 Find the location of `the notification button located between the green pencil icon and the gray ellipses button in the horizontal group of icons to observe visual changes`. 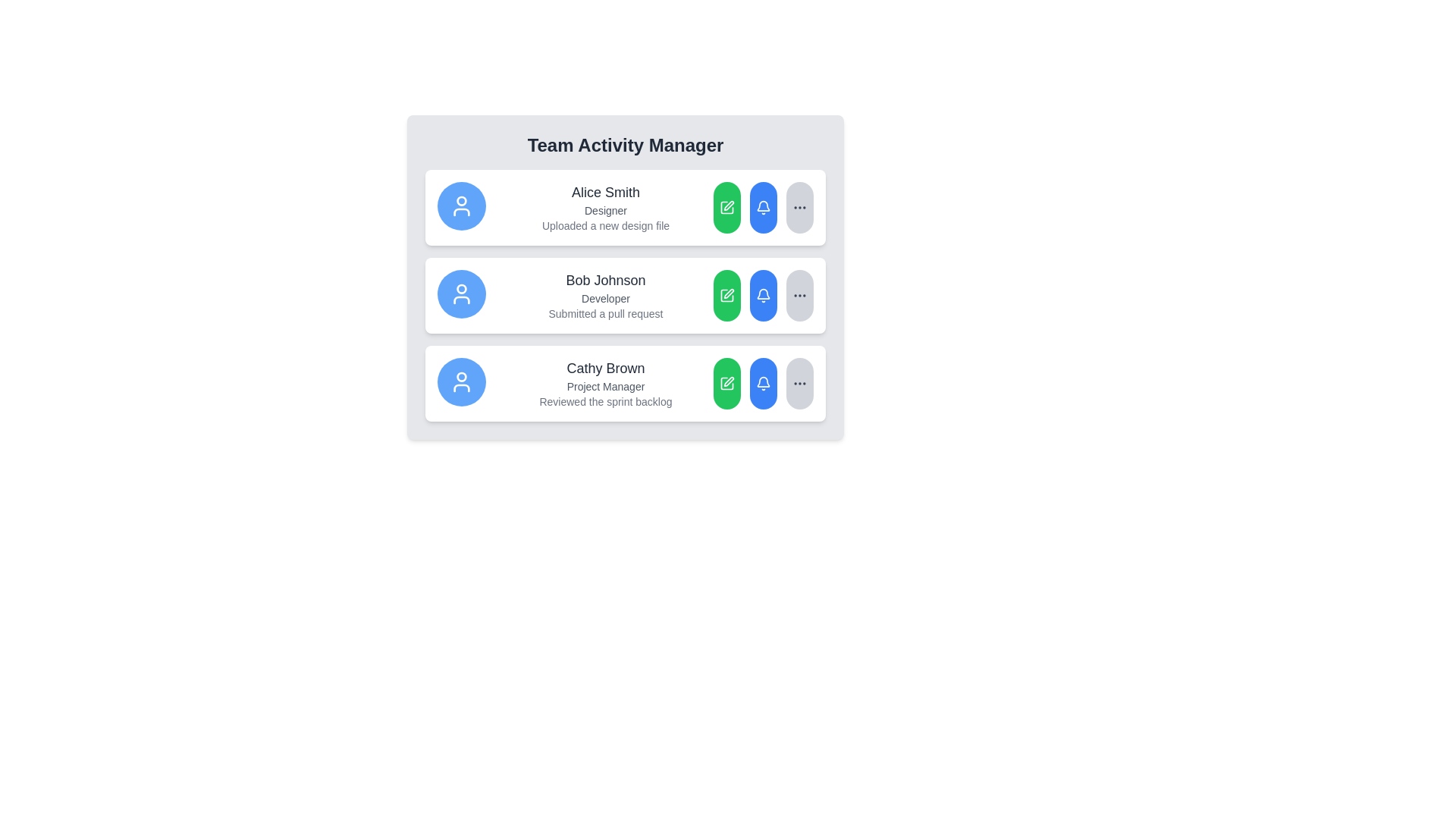

the notification button located between the green pencil icon and the gray ellipses button in the horizontal group of icons to observe visual changes is located at coordinates (764, 207).